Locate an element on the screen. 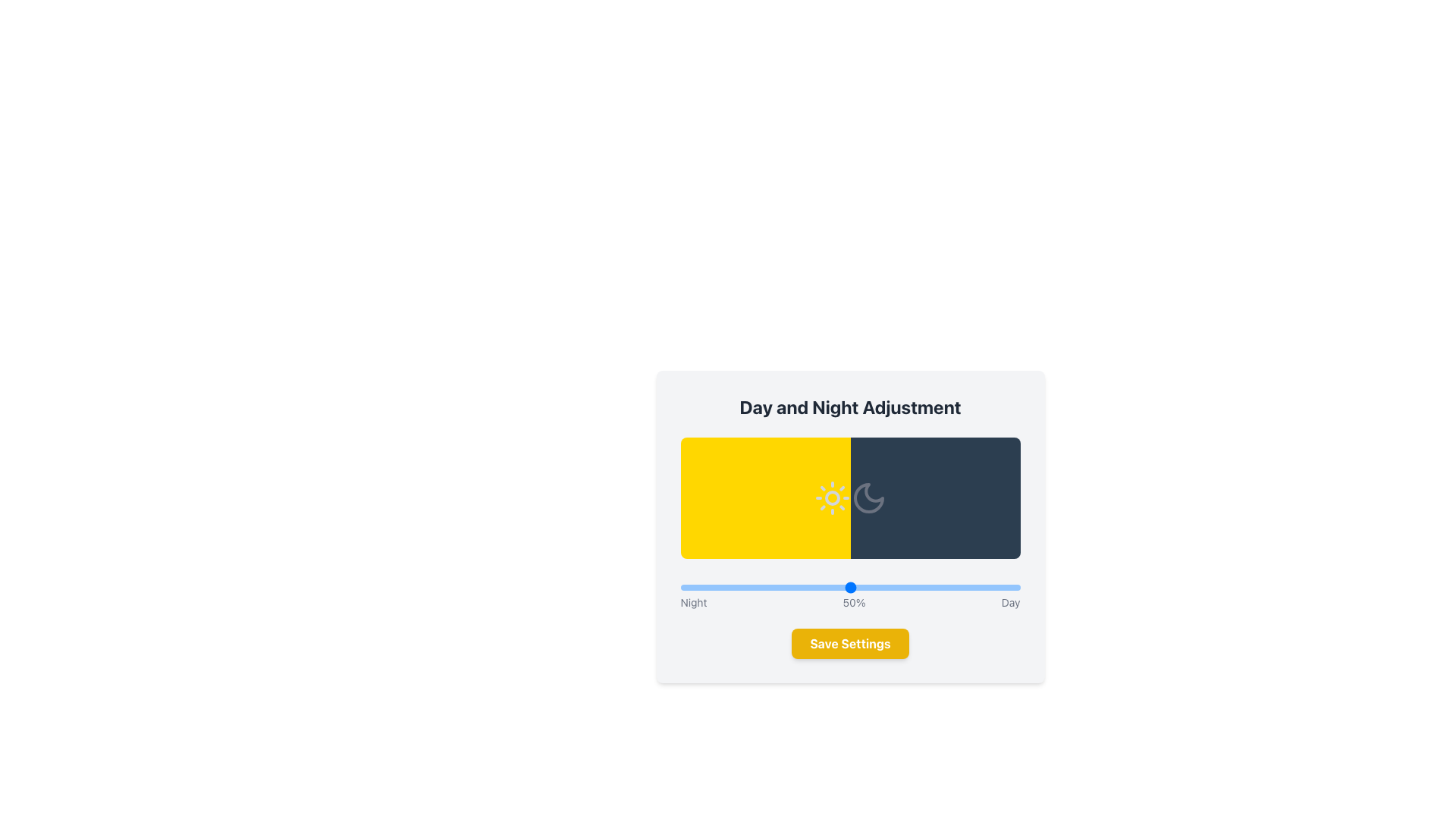  the text element displaying 'Day', styled in gray, located in the lower right area of the main card interface is located at coordinates (1011, 601).